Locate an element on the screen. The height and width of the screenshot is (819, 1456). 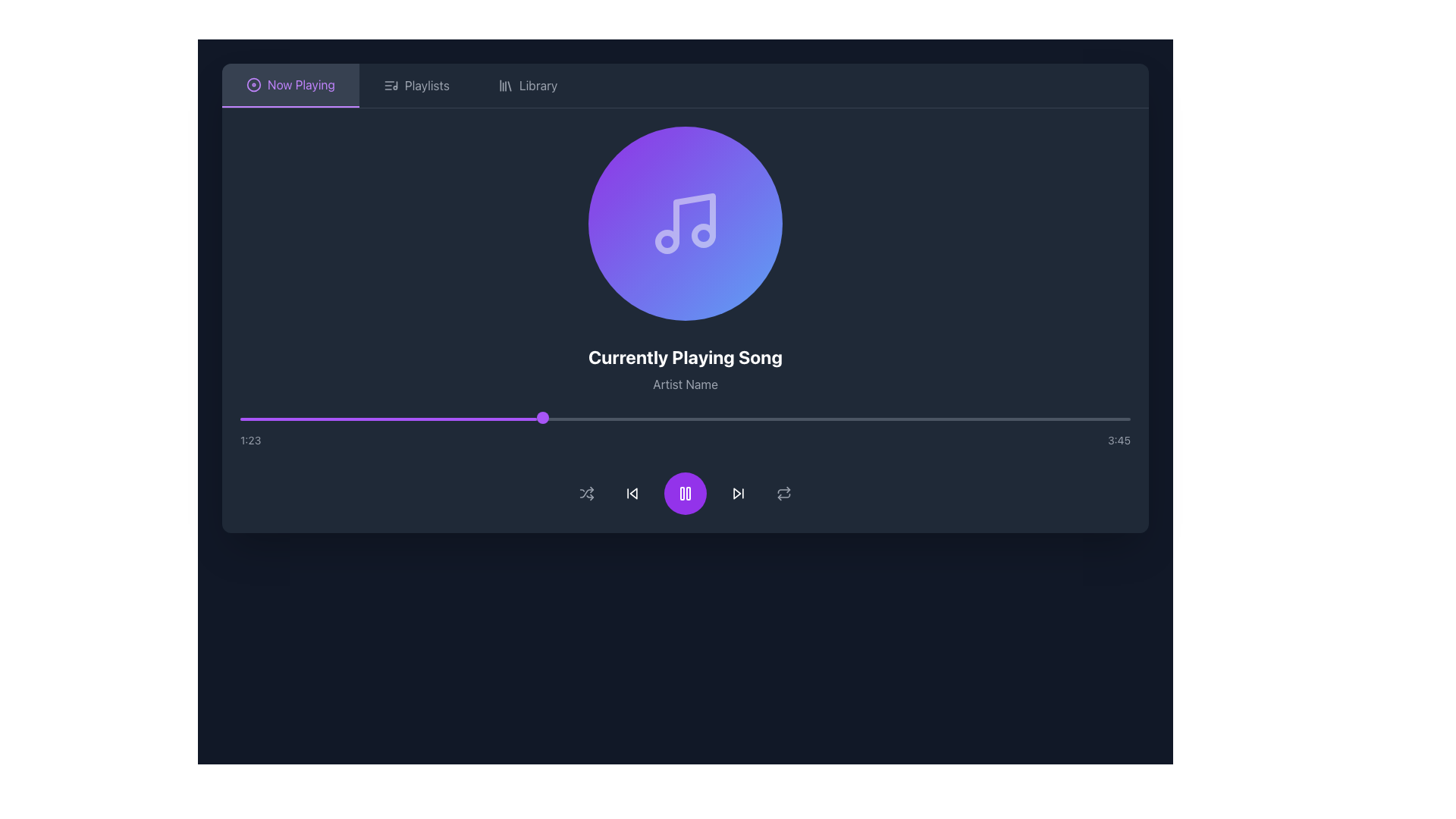
the playback position is located at coordinates (1115, 419).